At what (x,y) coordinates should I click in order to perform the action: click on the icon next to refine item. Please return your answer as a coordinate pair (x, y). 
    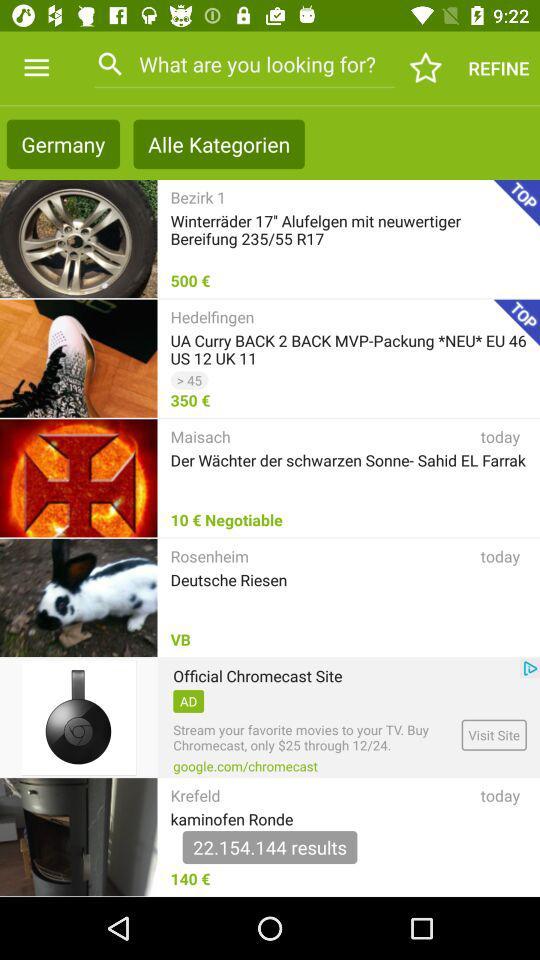
    Looking at the image, I should click on (425, 68).